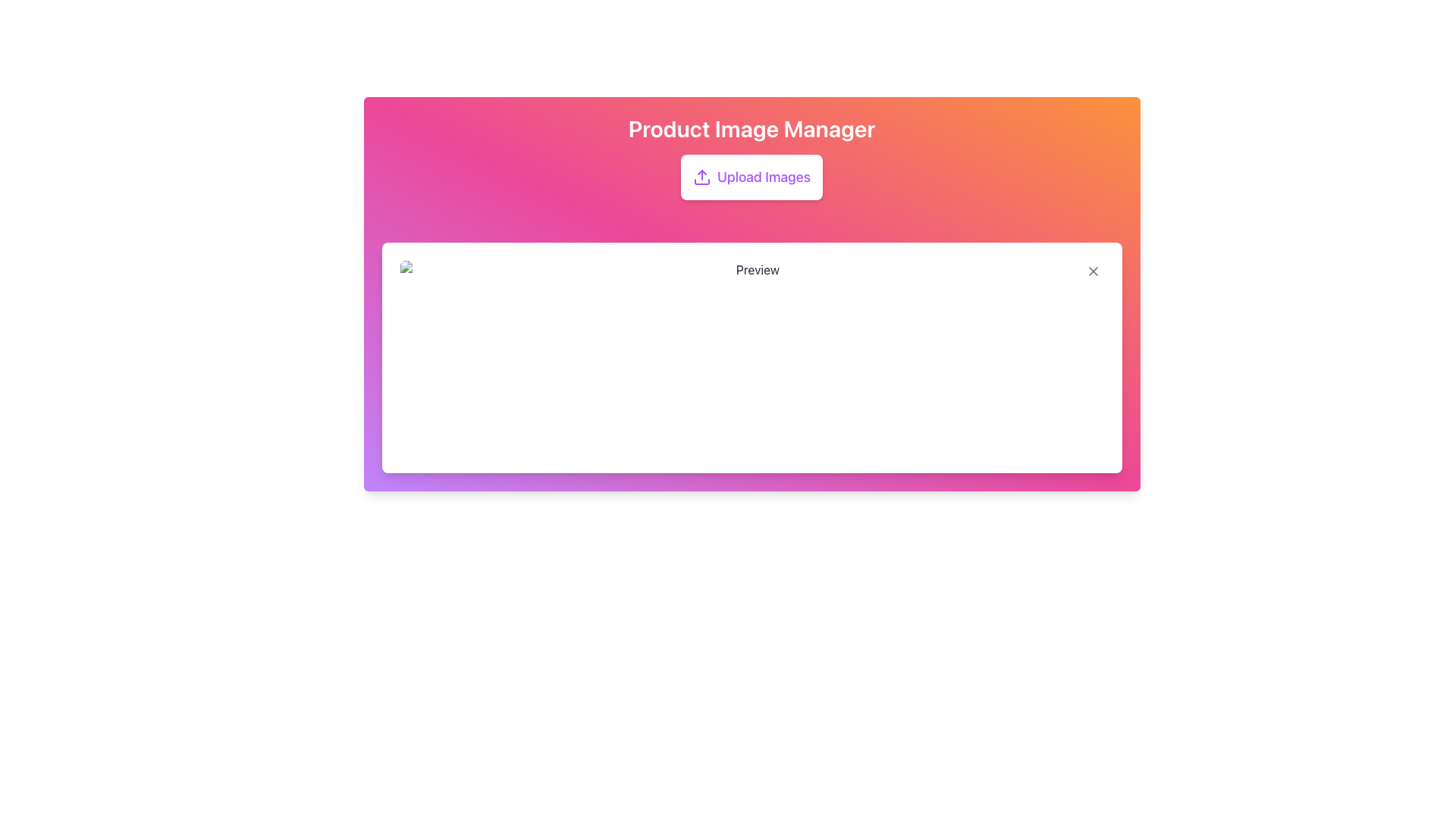  What do you see at coordinates (701, 177) in the screenshot?
I see `the upload icon, which is a purple vector icon with an upward arrow above a horizontal line, located within the 'Upload Images' button` at bounding box center [701, 177].